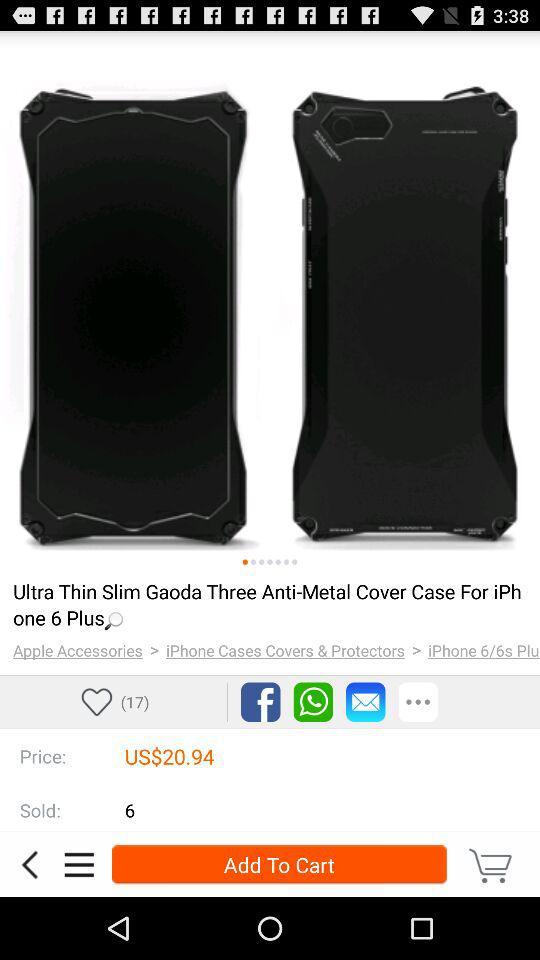  I want to click on next image, so click(277, 562).